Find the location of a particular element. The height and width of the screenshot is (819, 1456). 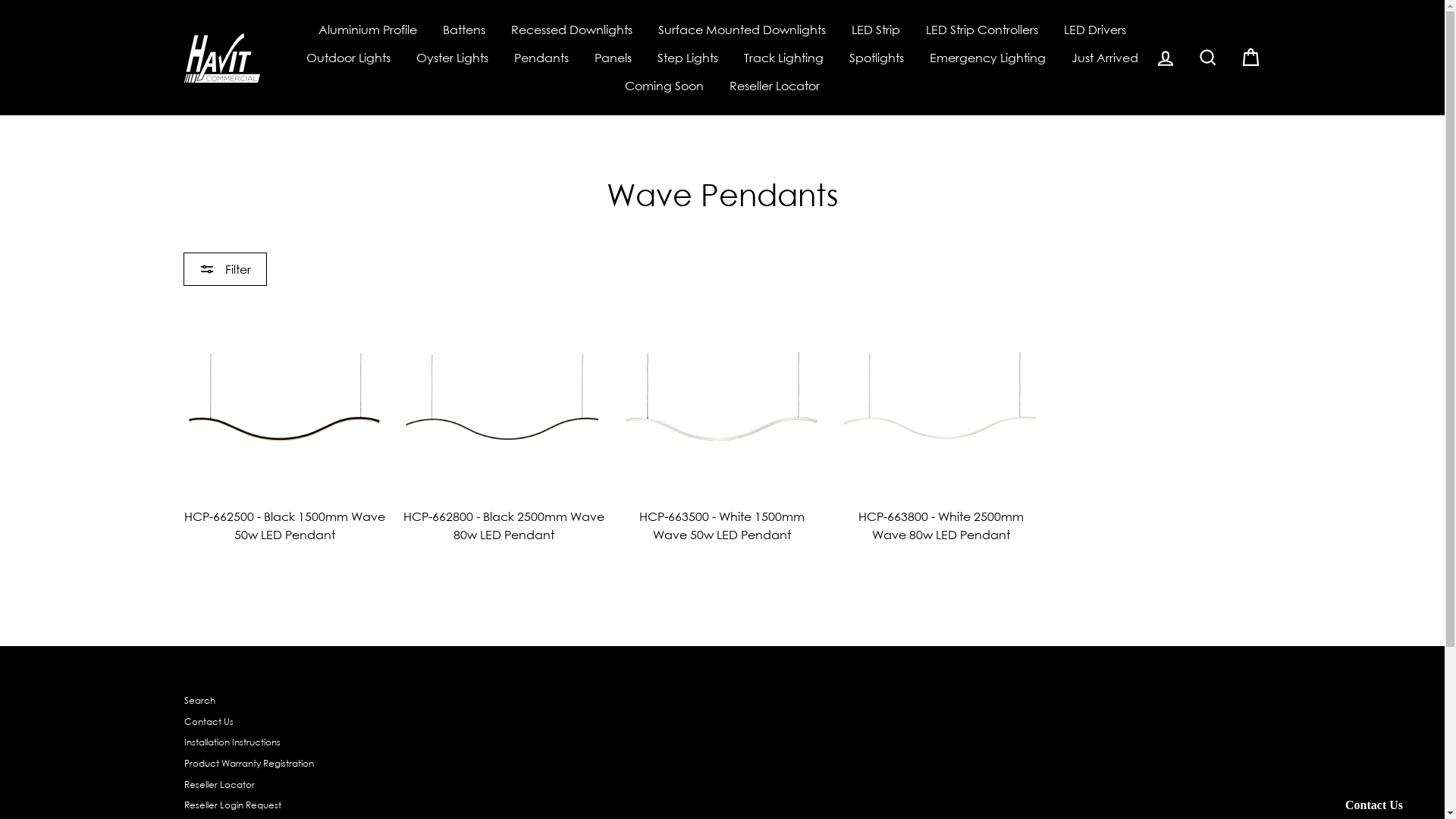

'Pendants' is located at coordinates (541, 56).